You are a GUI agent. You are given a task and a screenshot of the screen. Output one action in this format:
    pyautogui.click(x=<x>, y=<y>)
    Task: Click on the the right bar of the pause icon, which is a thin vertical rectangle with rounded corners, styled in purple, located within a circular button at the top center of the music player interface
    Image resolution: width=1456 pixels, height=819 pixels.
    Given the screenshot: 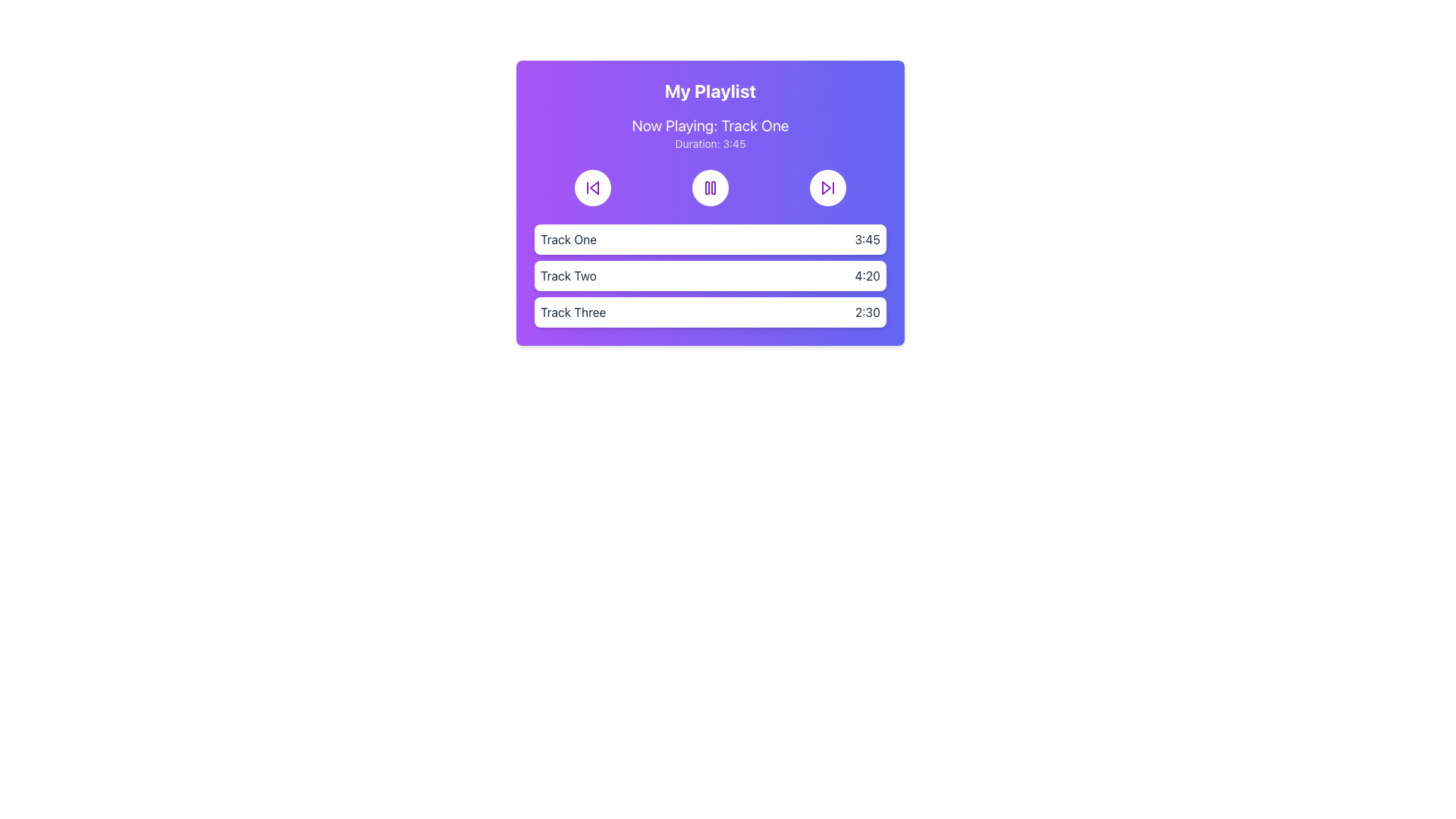 What is the action you would take?
    pyautogui.click(x=712, y=187)
    